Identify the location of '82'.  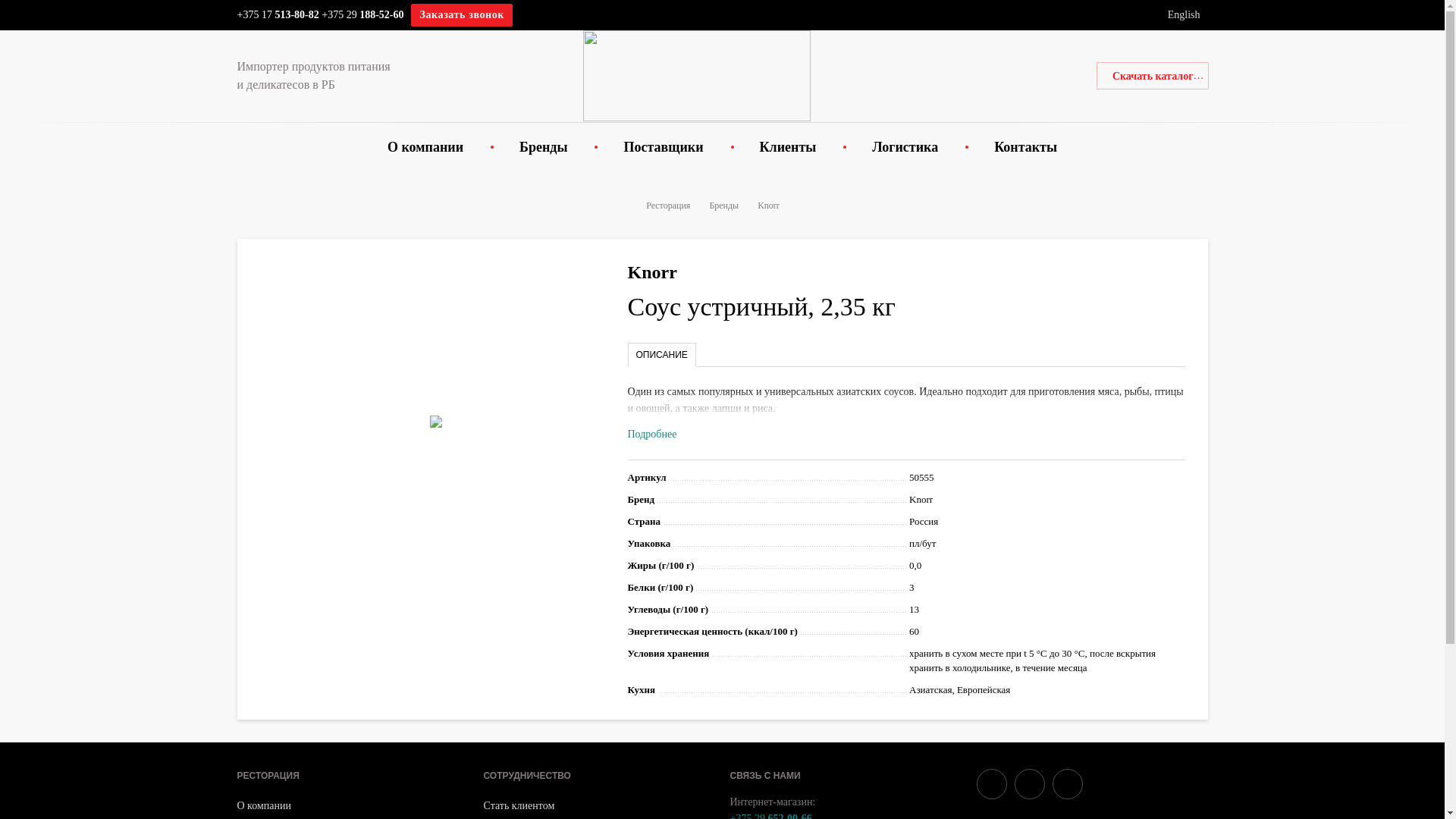
(312, 14).